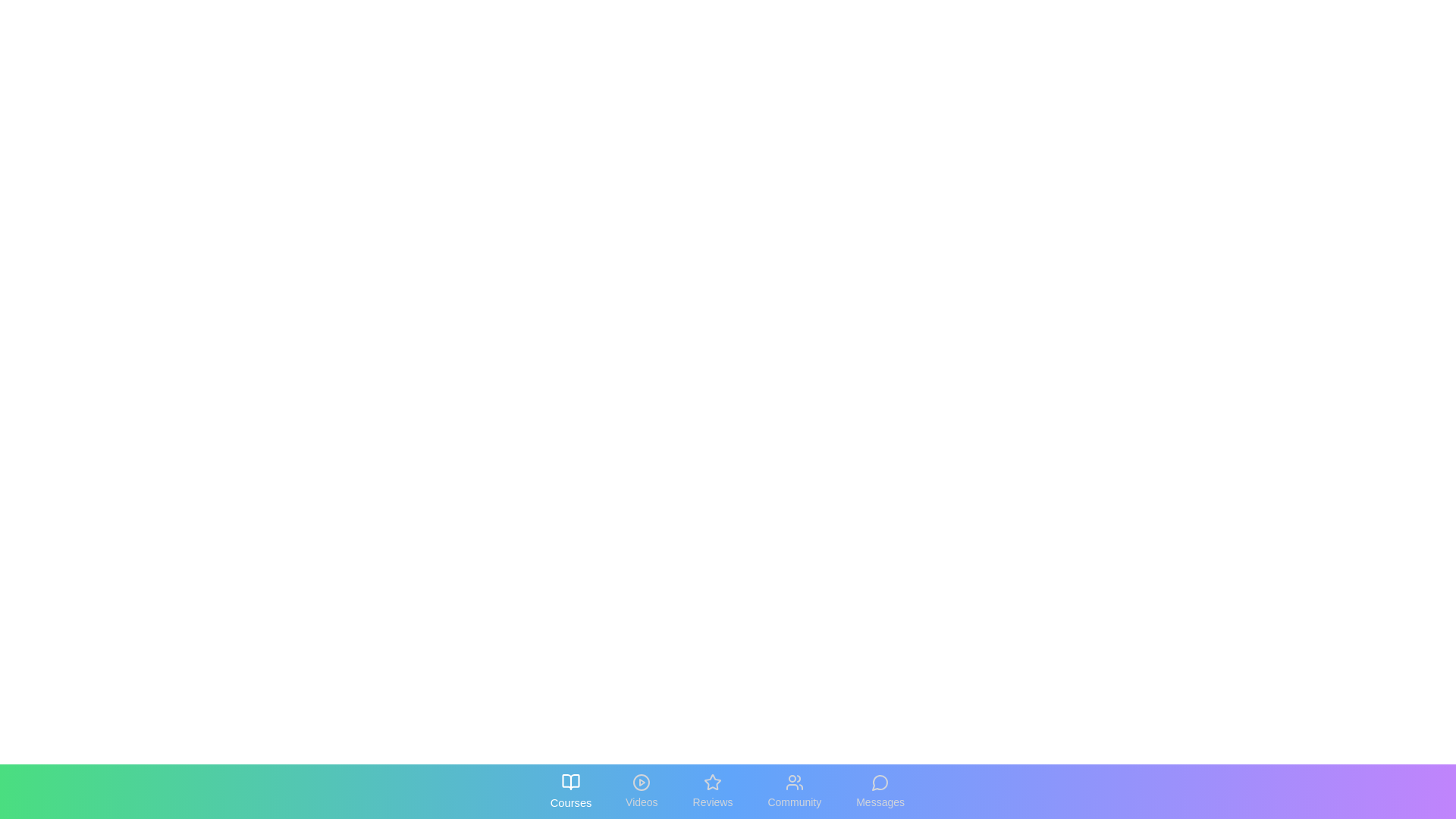  Describe the element at coordinates (880, 791) in the screenshot. I see `the tab labeled Messages` at that location.